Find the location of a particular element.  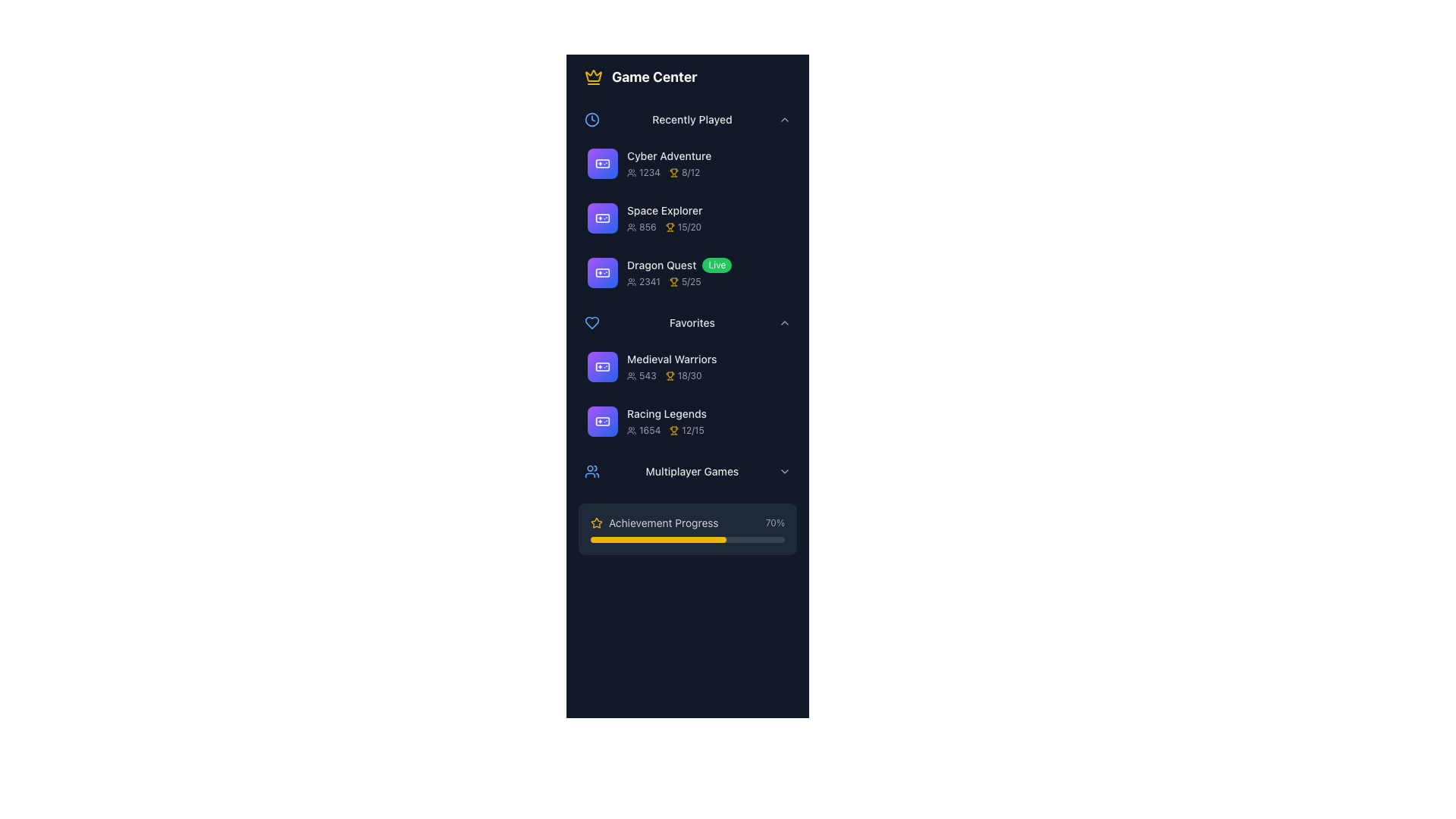

numerical value '1234' displayed in light gray text, which indicates the user count for the game 'Cyber Adventure', located in the first row under the 'Recently Played' section is located at coordinates (644, 171).